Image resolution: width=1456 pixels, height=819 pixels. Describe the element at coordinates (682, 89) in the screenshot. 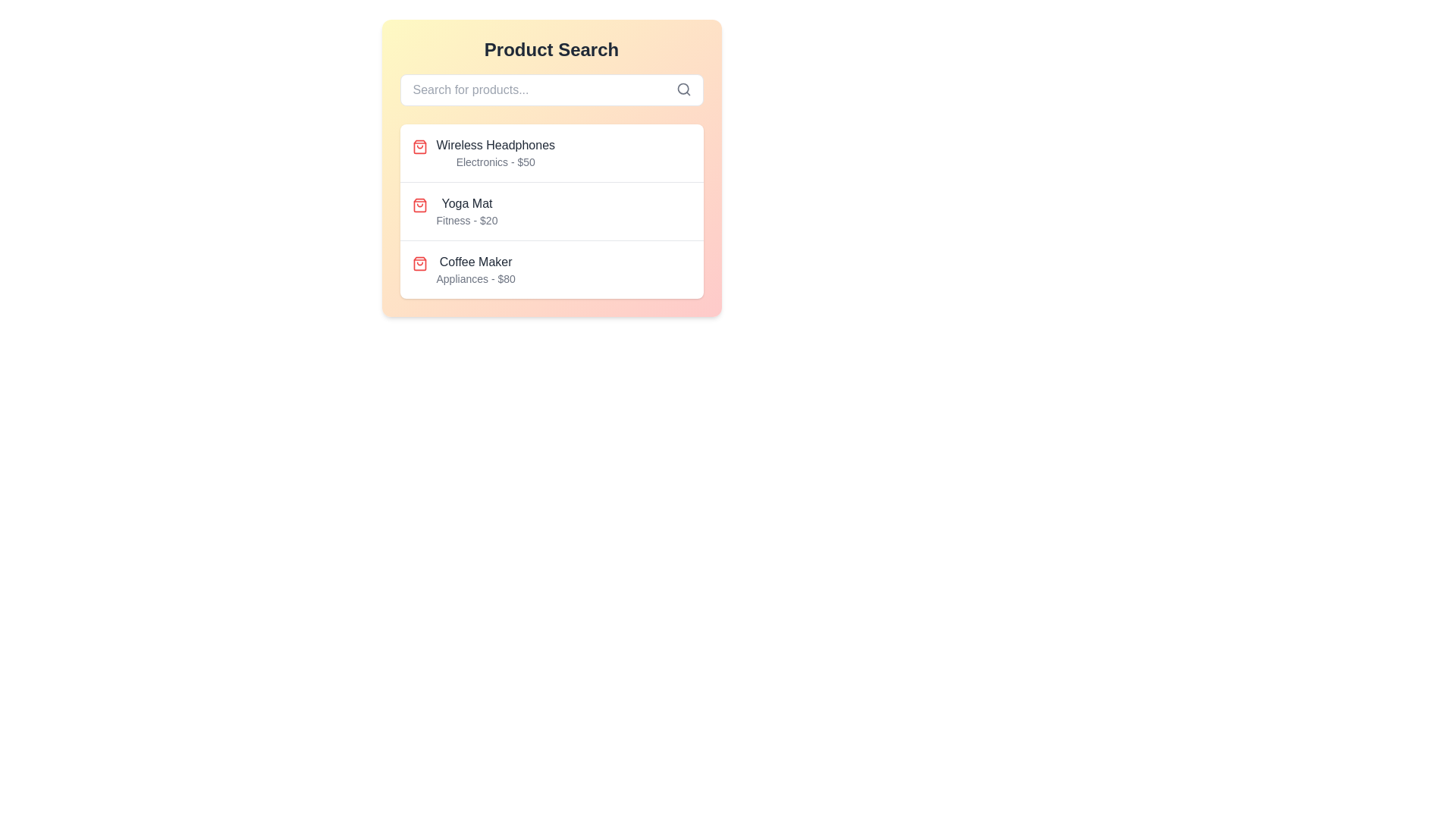

I see `the search icon located at the rightmost side of the 'Product Search' input field to initiate a search query` at that location.